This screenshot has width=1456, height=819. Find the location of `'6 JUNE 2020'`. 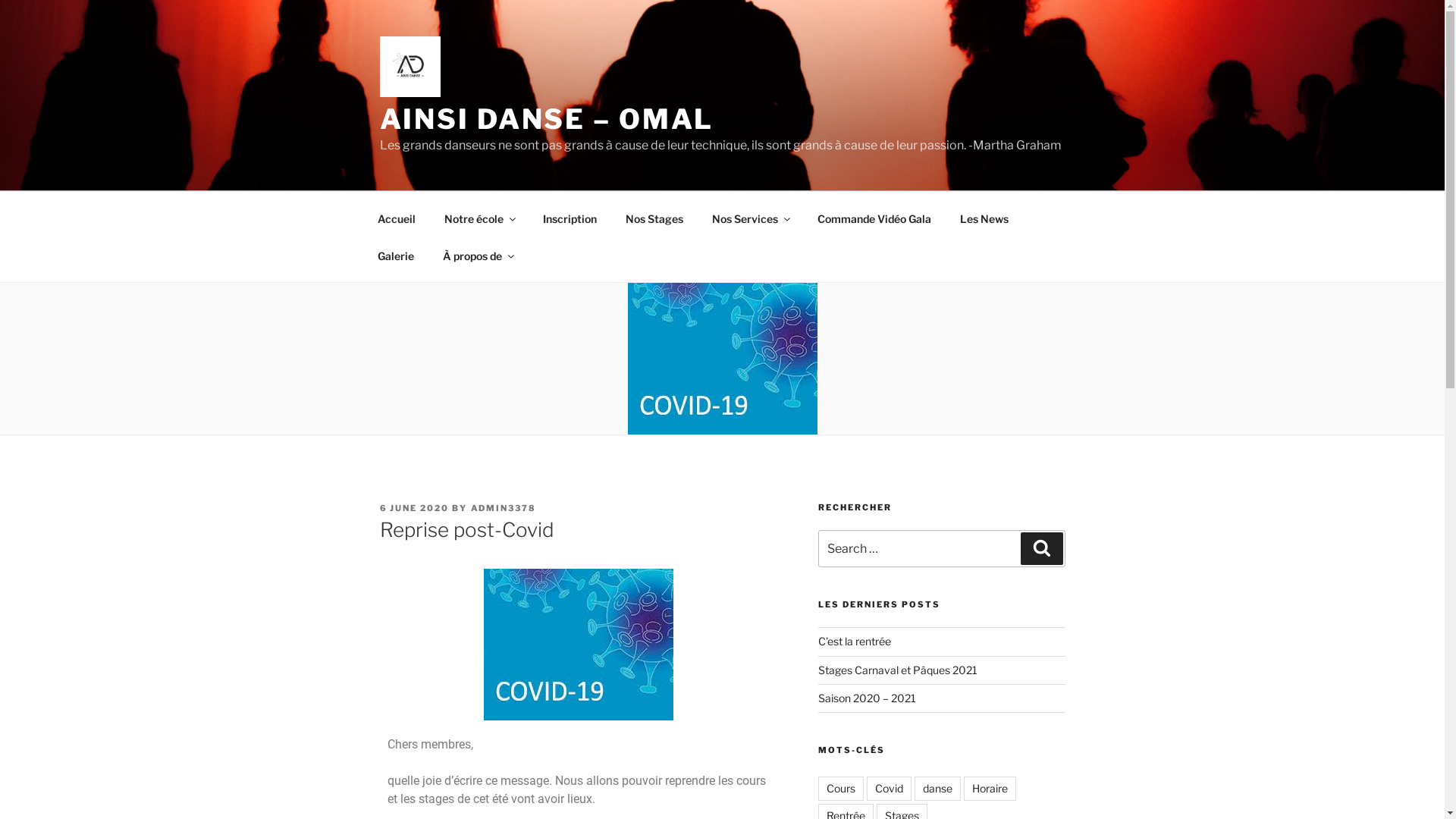

'6 JUNE 2020' is located at coordinates (378, 508).